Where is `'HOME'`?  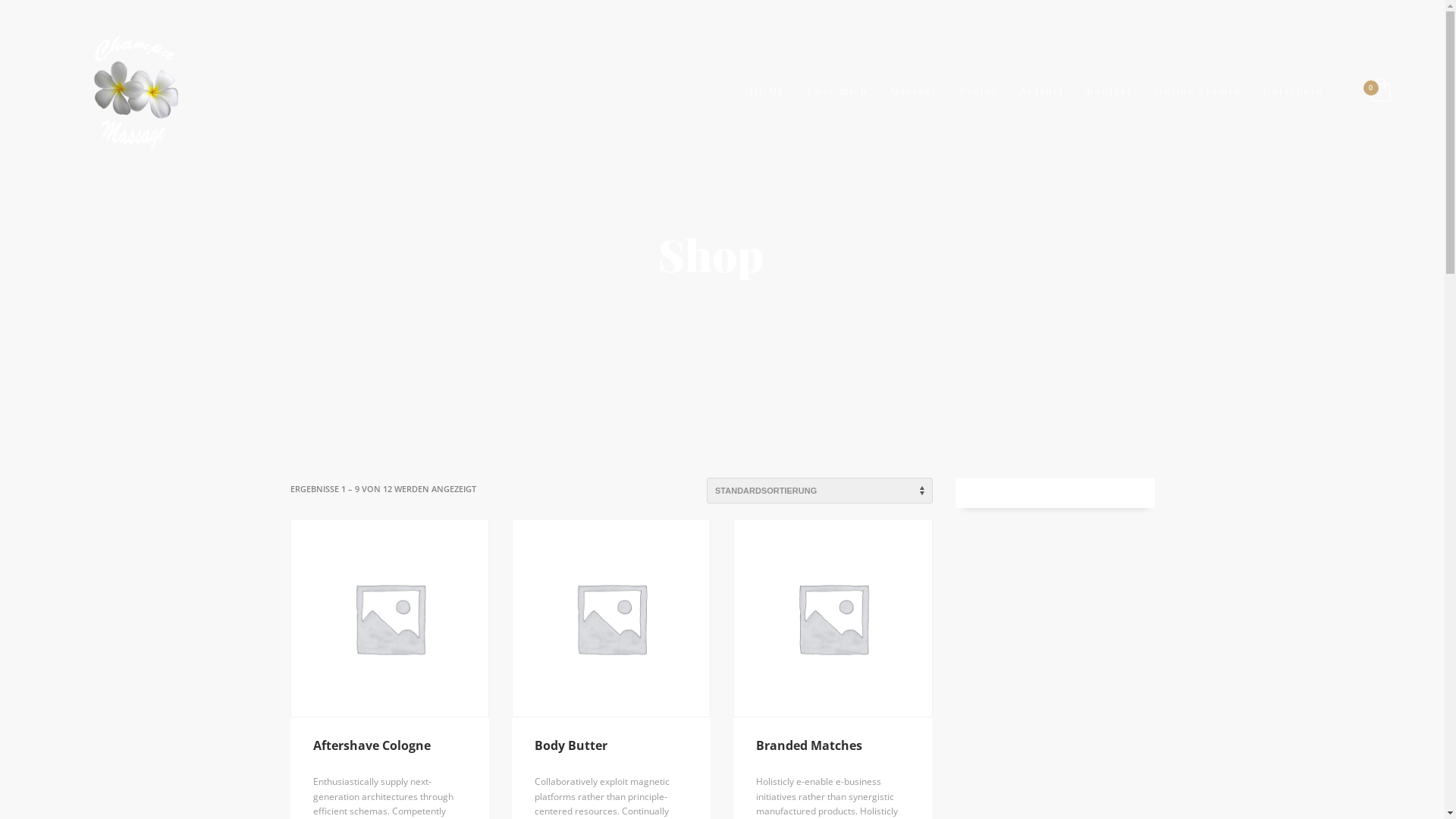 'HOME' is located at coordinates (767, 90).